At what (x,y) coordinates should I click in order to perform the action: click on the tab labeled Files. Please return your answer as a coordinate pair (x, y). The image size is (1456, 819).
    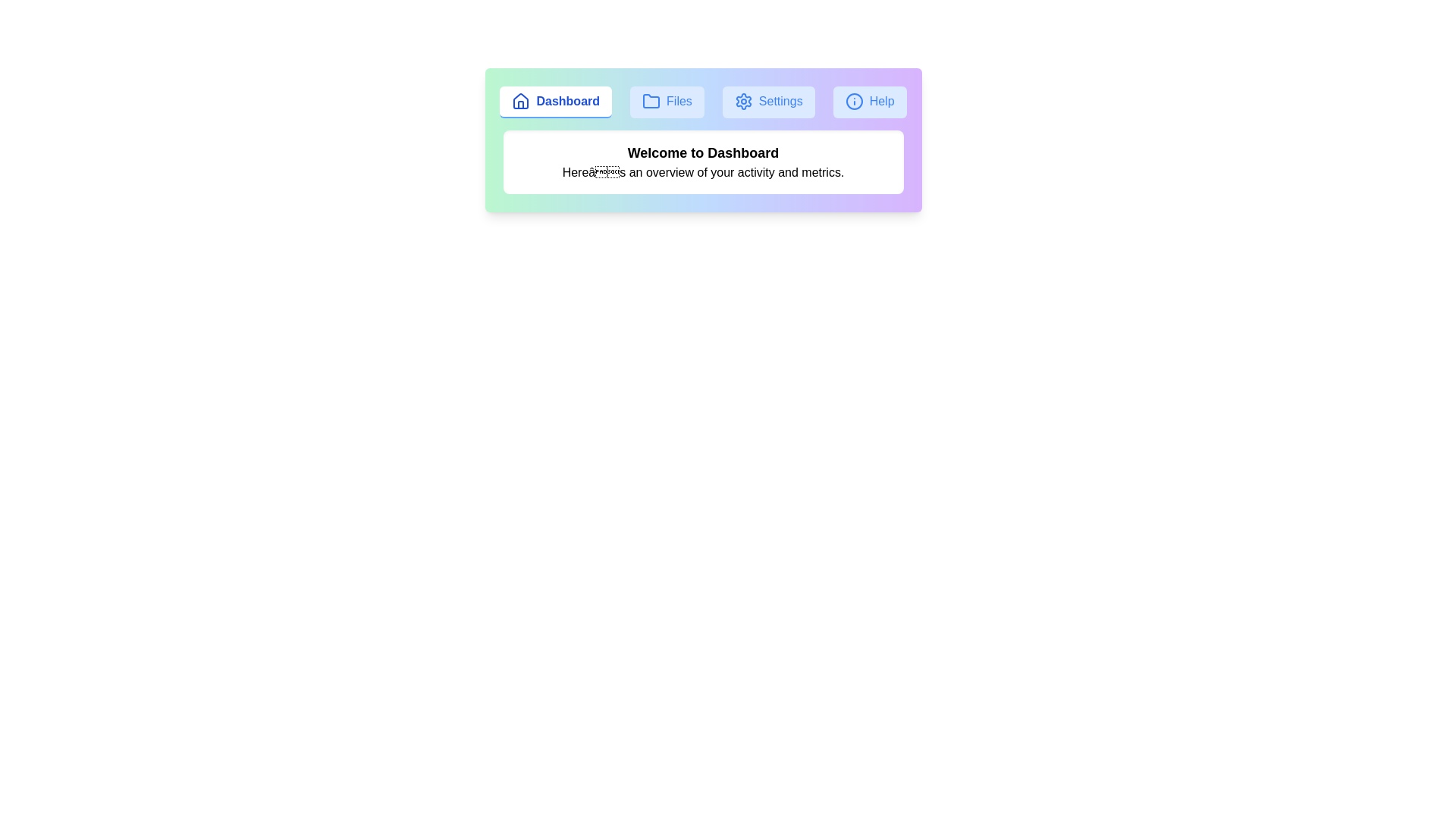
    Looking at the image, I should click on (666, 102).